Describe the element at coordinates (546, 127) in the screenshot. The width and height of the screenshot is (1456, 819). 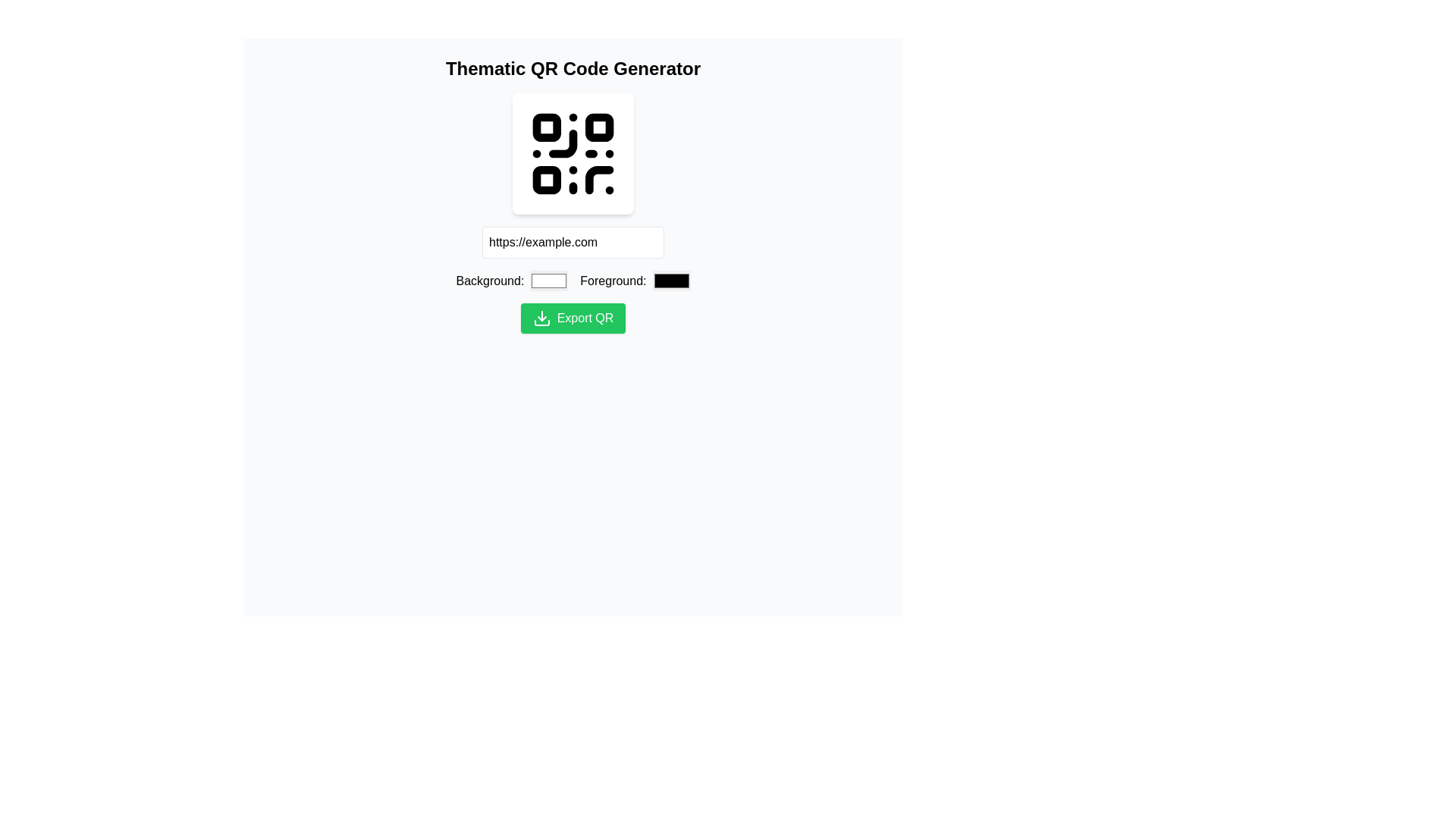
I see `the small square in the top-left corner of the QR code icon, which is part of the QR code structure` at that location.